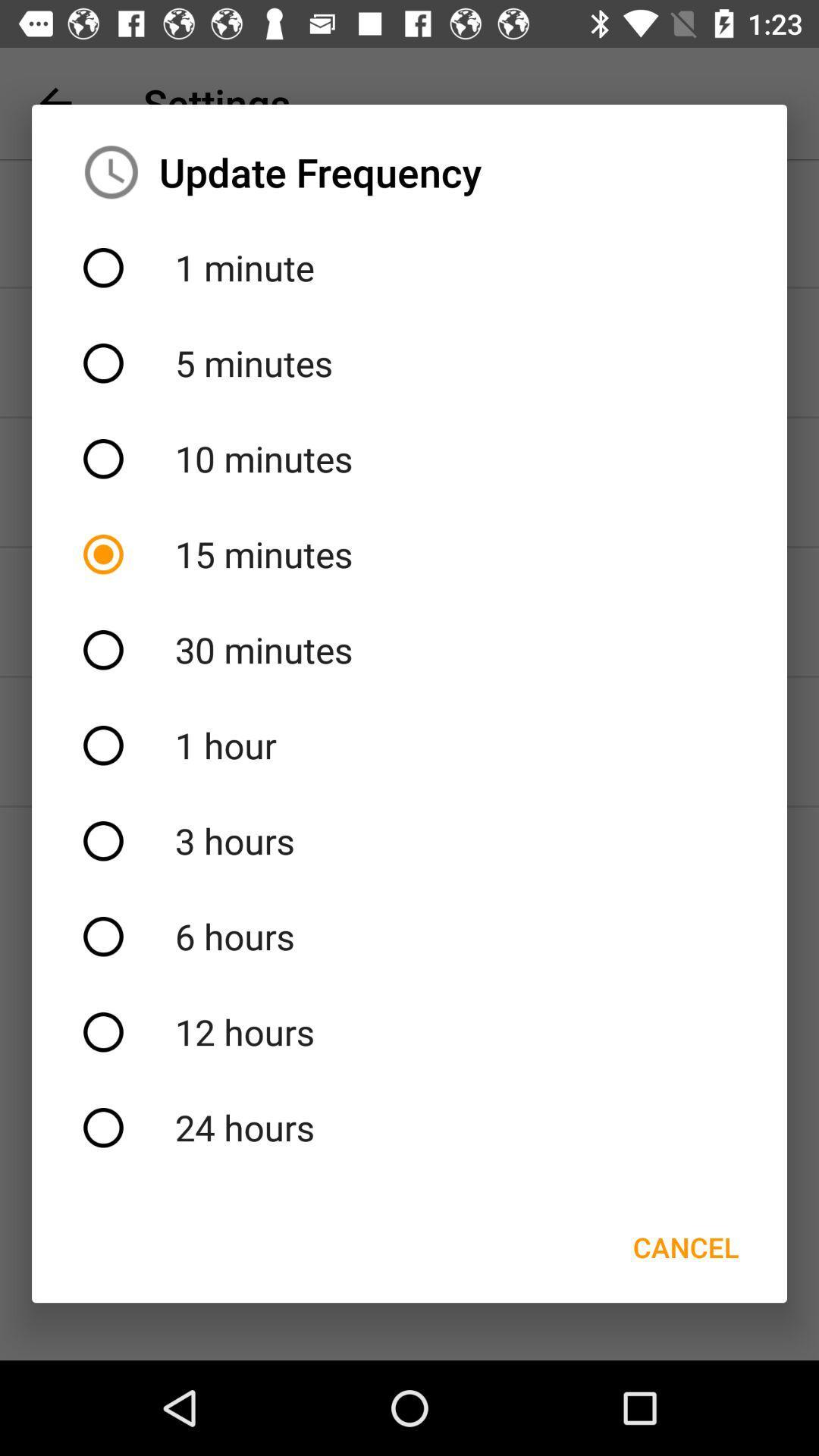 The image size is (819, 1456). I want to click on the item below 6 hours, so click(409, 1031).